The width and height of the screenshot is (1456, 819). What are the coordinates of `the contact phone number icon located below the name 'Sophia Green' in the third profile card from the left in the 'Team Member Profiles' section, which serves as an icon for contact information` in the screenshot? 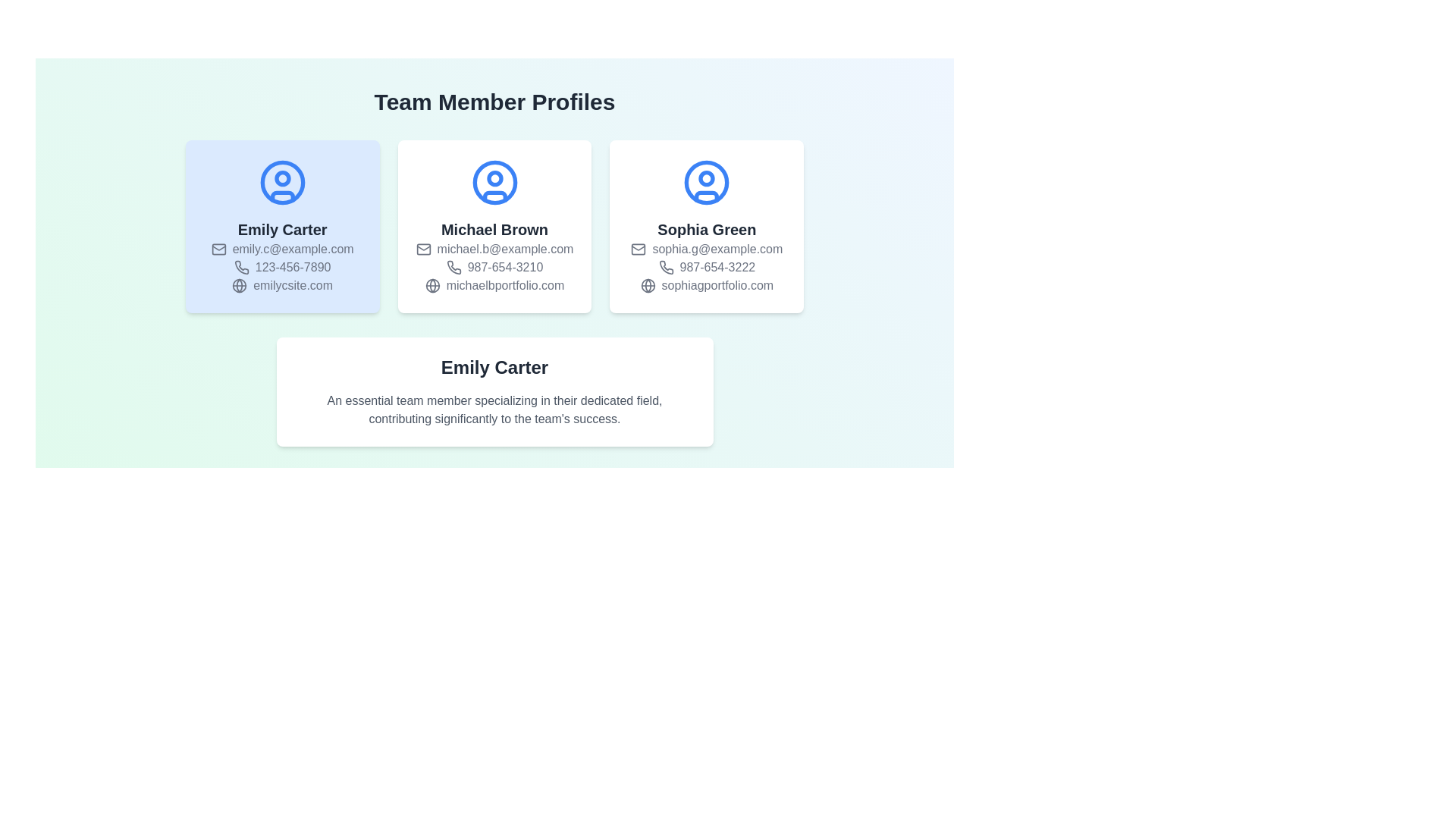 It's located at (666, 266).